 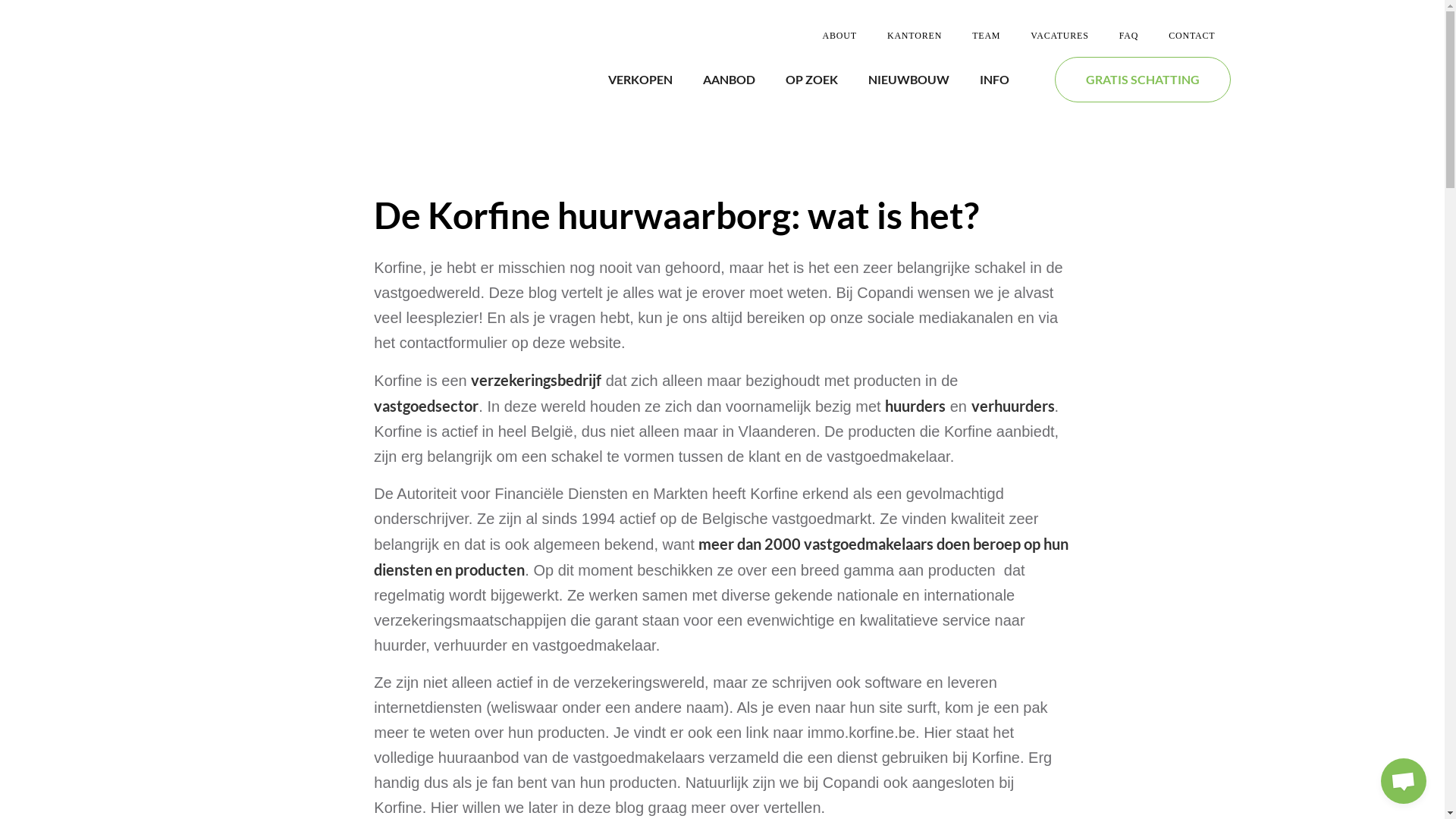 I want to click on 'OP ZOEK', so click(x=786, y=79).